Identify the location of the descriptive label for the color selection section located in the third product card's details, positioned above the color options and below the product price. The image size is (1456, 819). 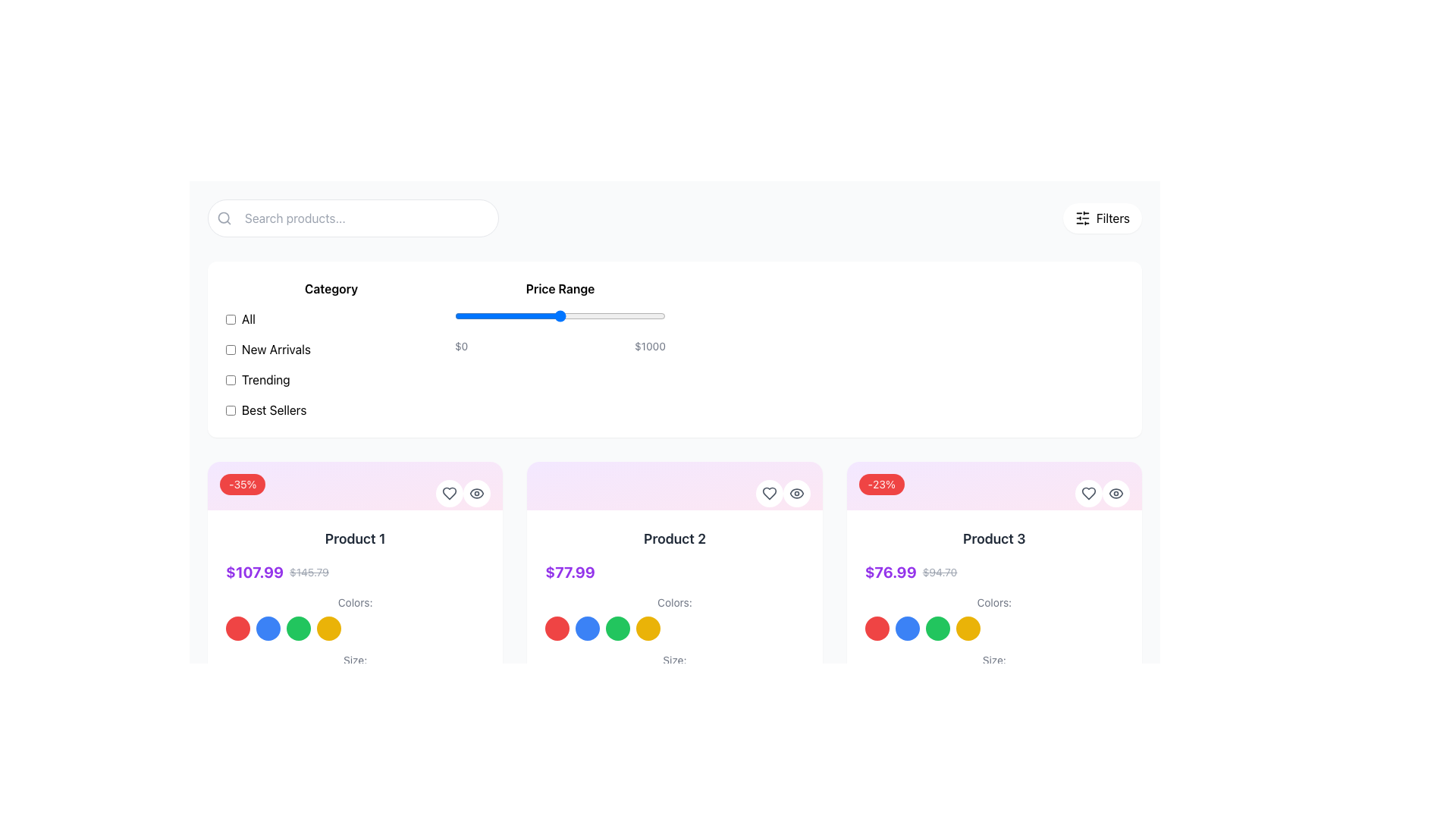
(994, 601).